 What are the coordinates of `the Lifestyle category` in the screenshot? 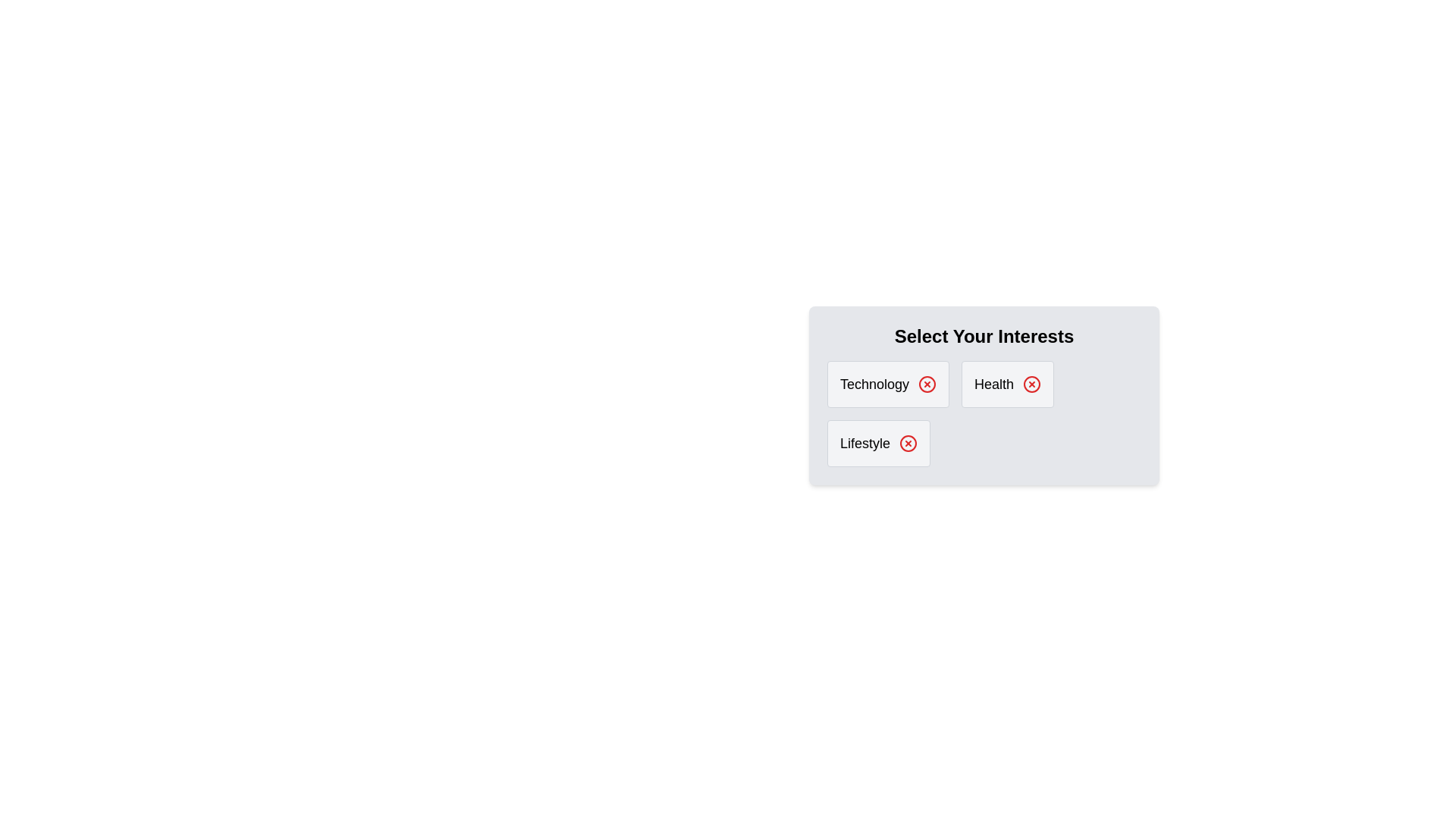 It's located at (879, 444).